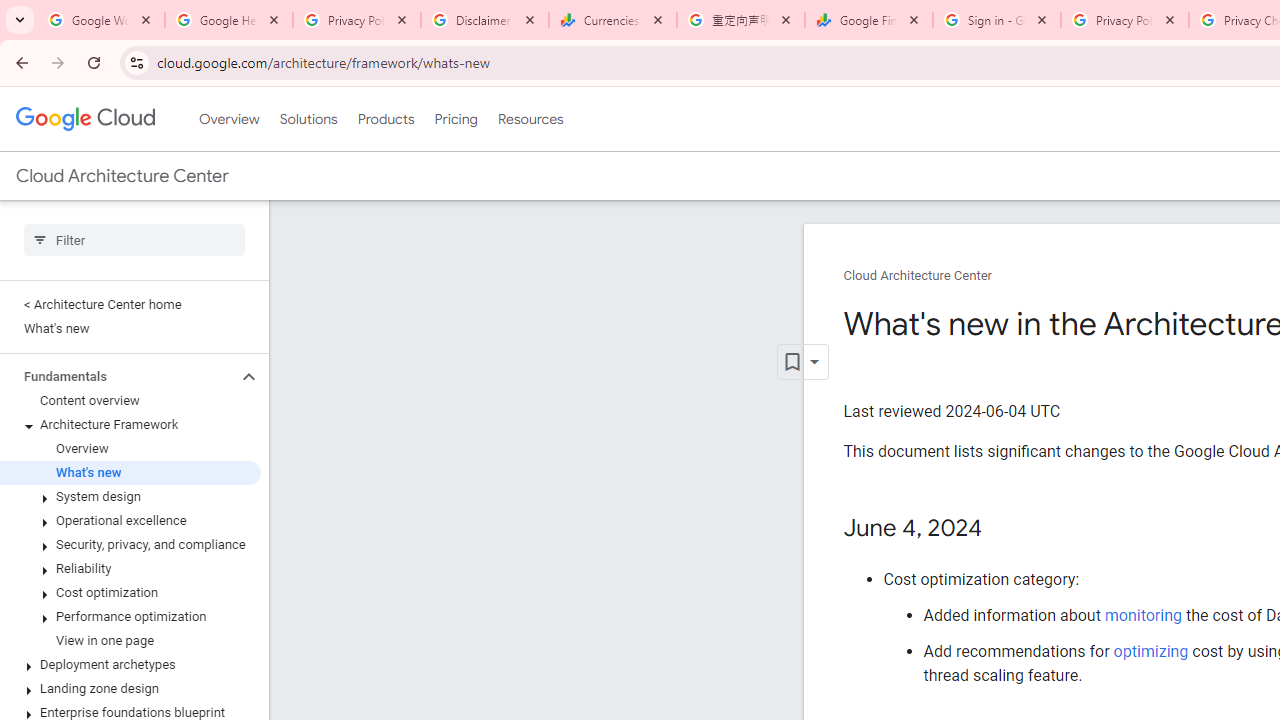  Describe the element at coordinates (129, 545) in the screenshot. I see `'Security, privacy, and compliance'` at that location.